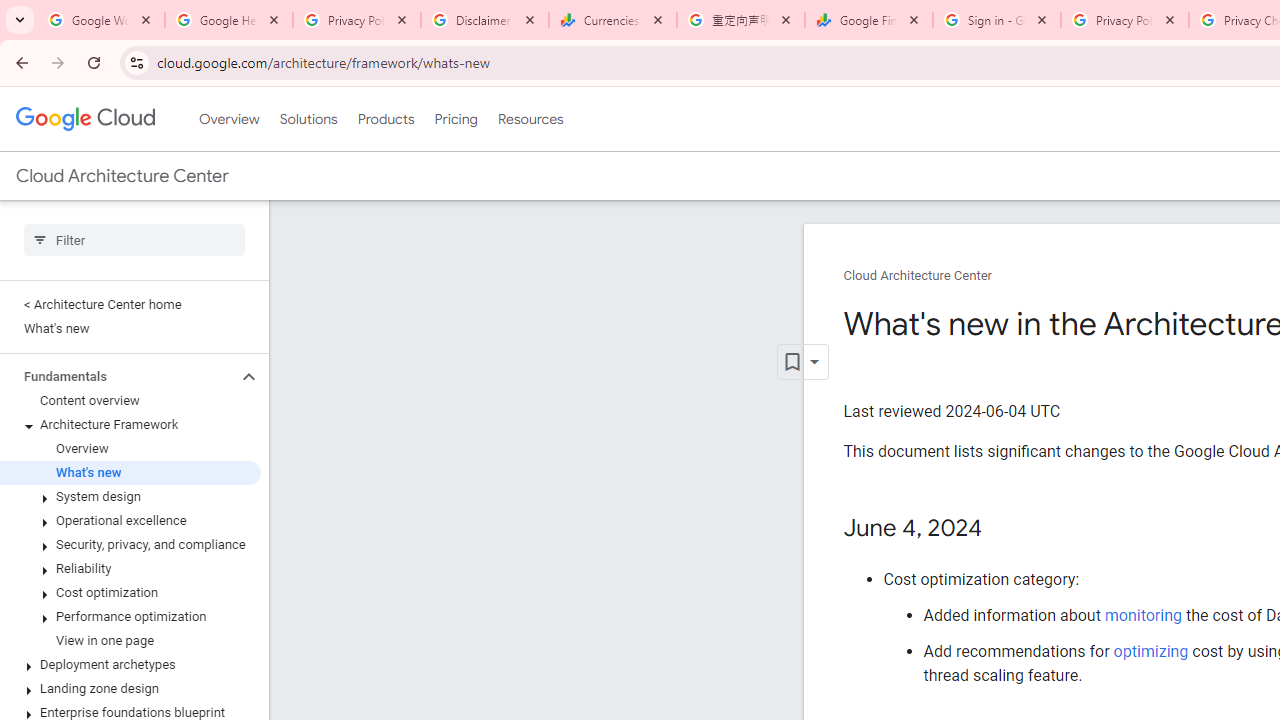  Describe the element at coordinates (129, 545) in the screenshot. I see `'Security, privacy, and compliance'` at that location.